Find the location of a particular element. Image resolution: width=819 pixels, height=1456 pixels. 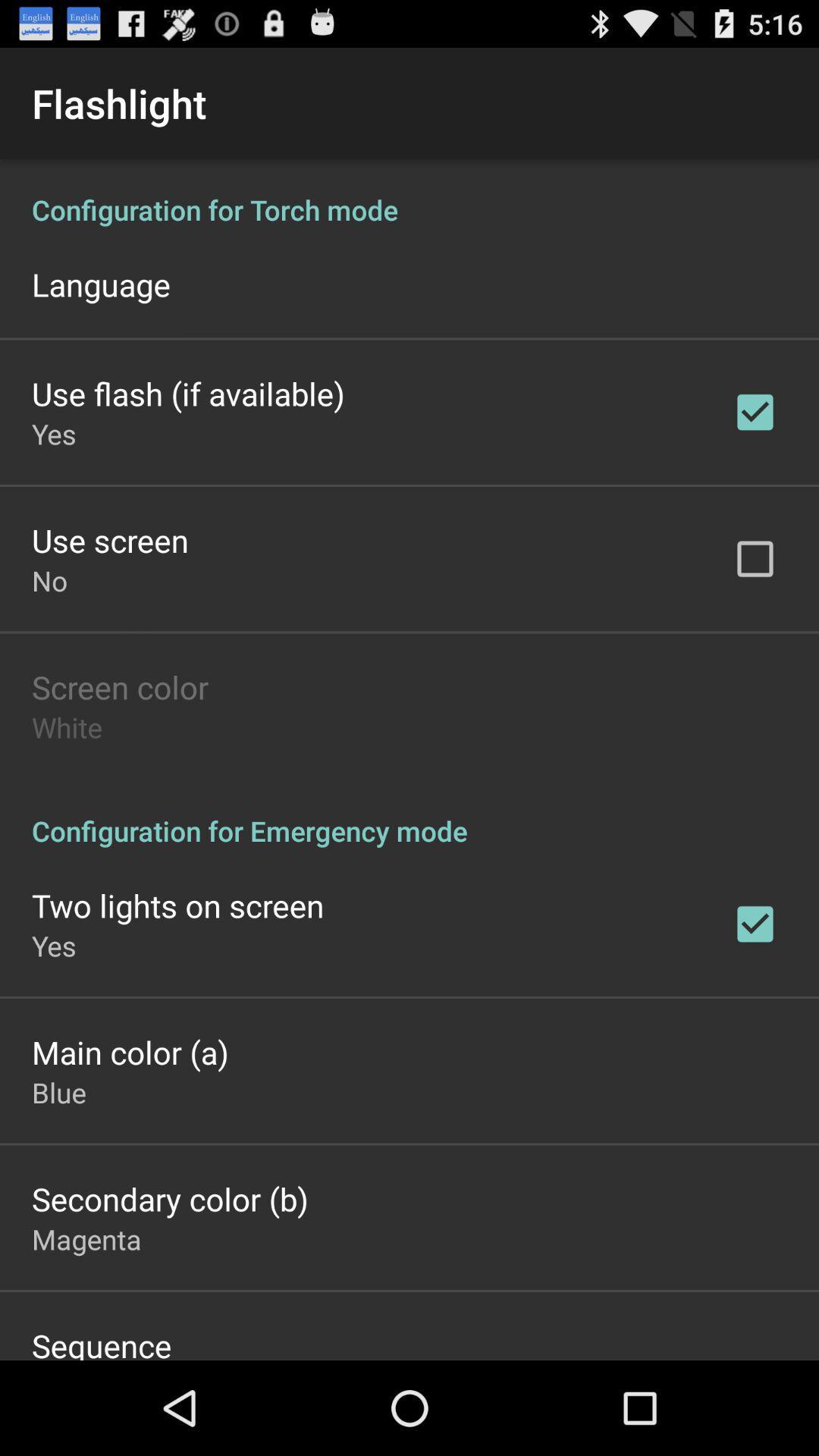

the language is located at coordinates (101, 284).